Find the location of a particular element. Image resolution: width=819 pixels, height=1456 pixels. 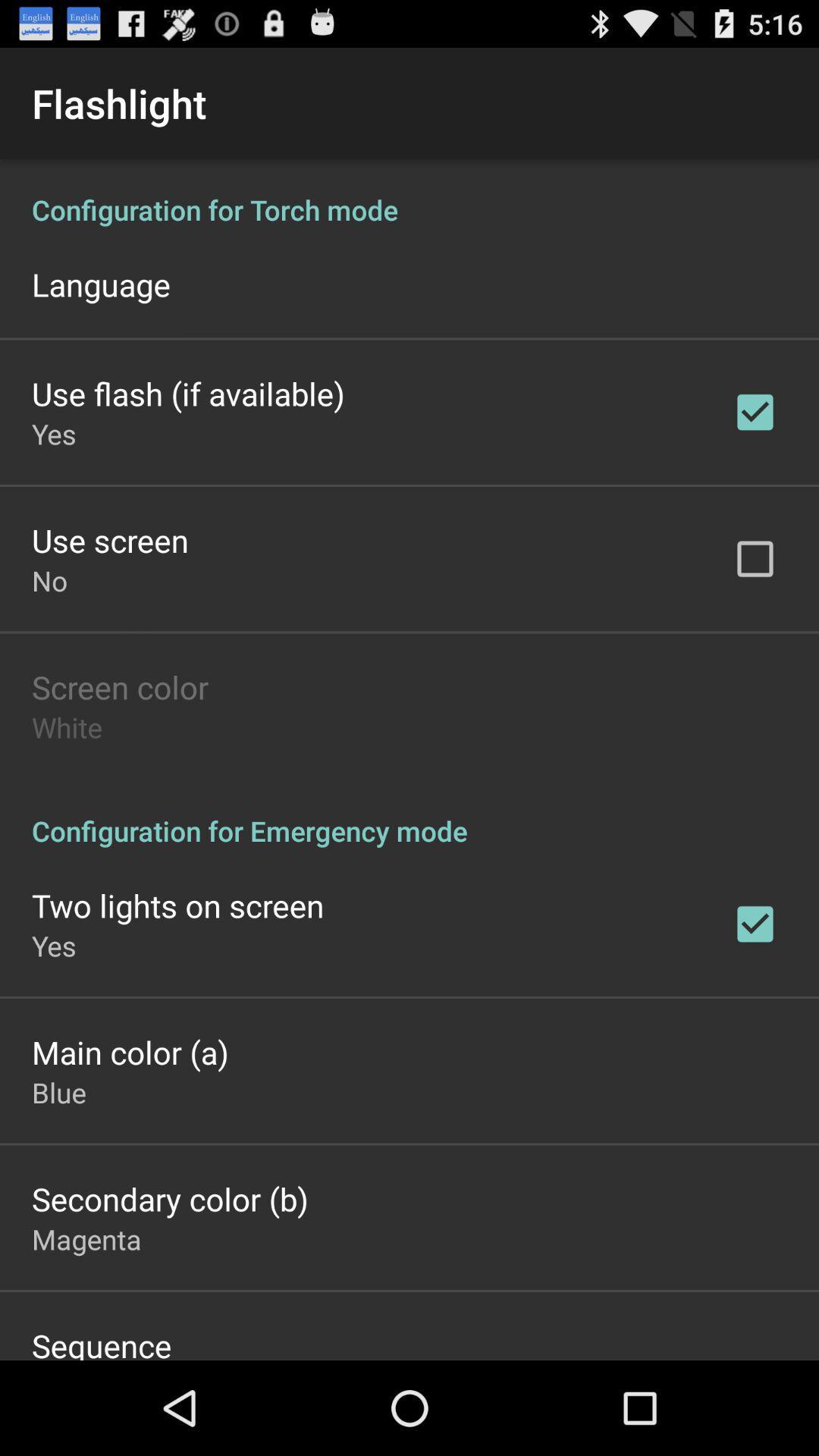

the language is located at coordinates (101, 284).